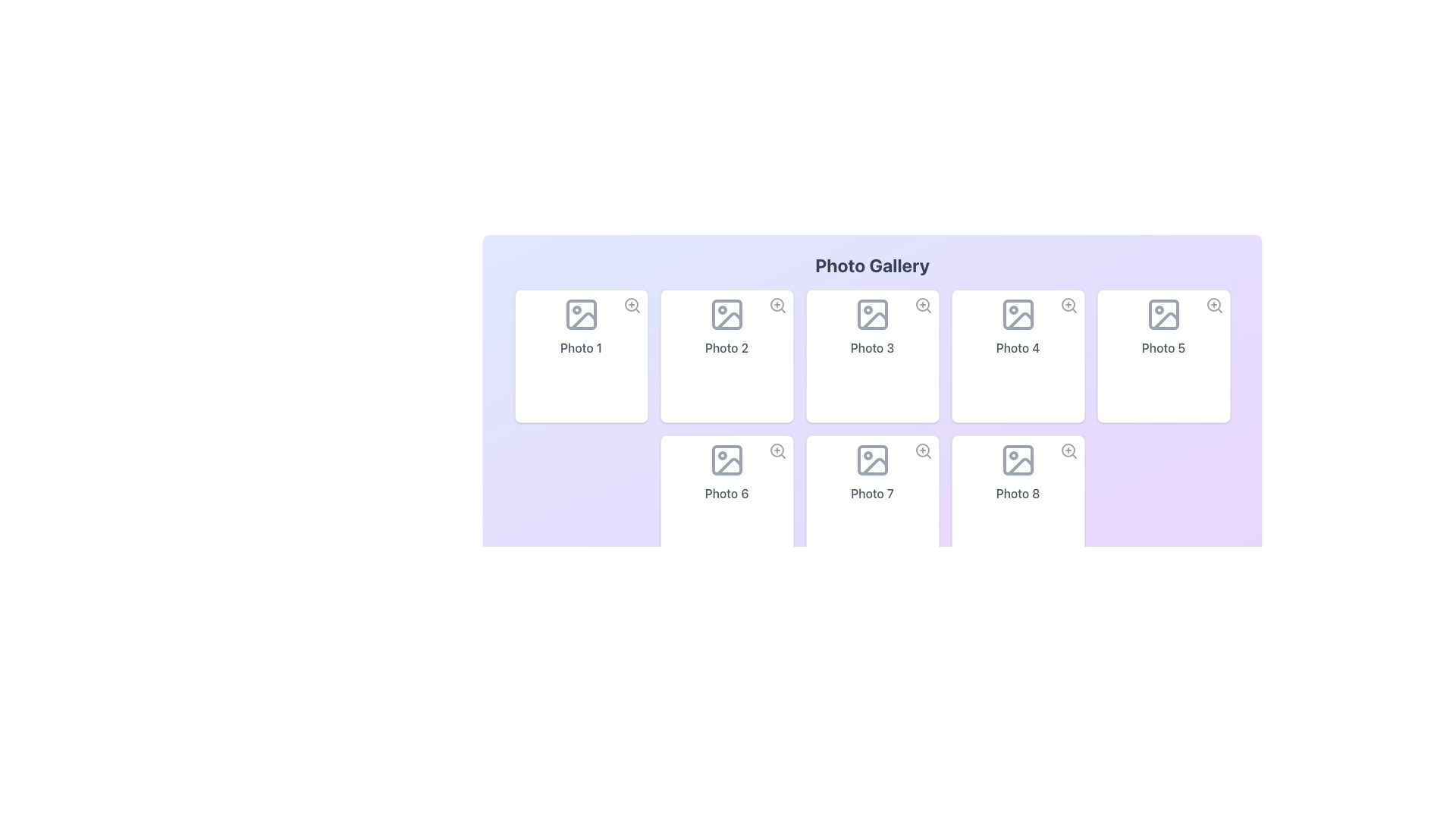 The height and width of the screenshot is (819, 1456). I want to click on graphical decorative element within the placeholder icon for 'Photo 1' located in the bottom right of the first grid item in the gallery interface for debugging purposes, so click(582, 320).